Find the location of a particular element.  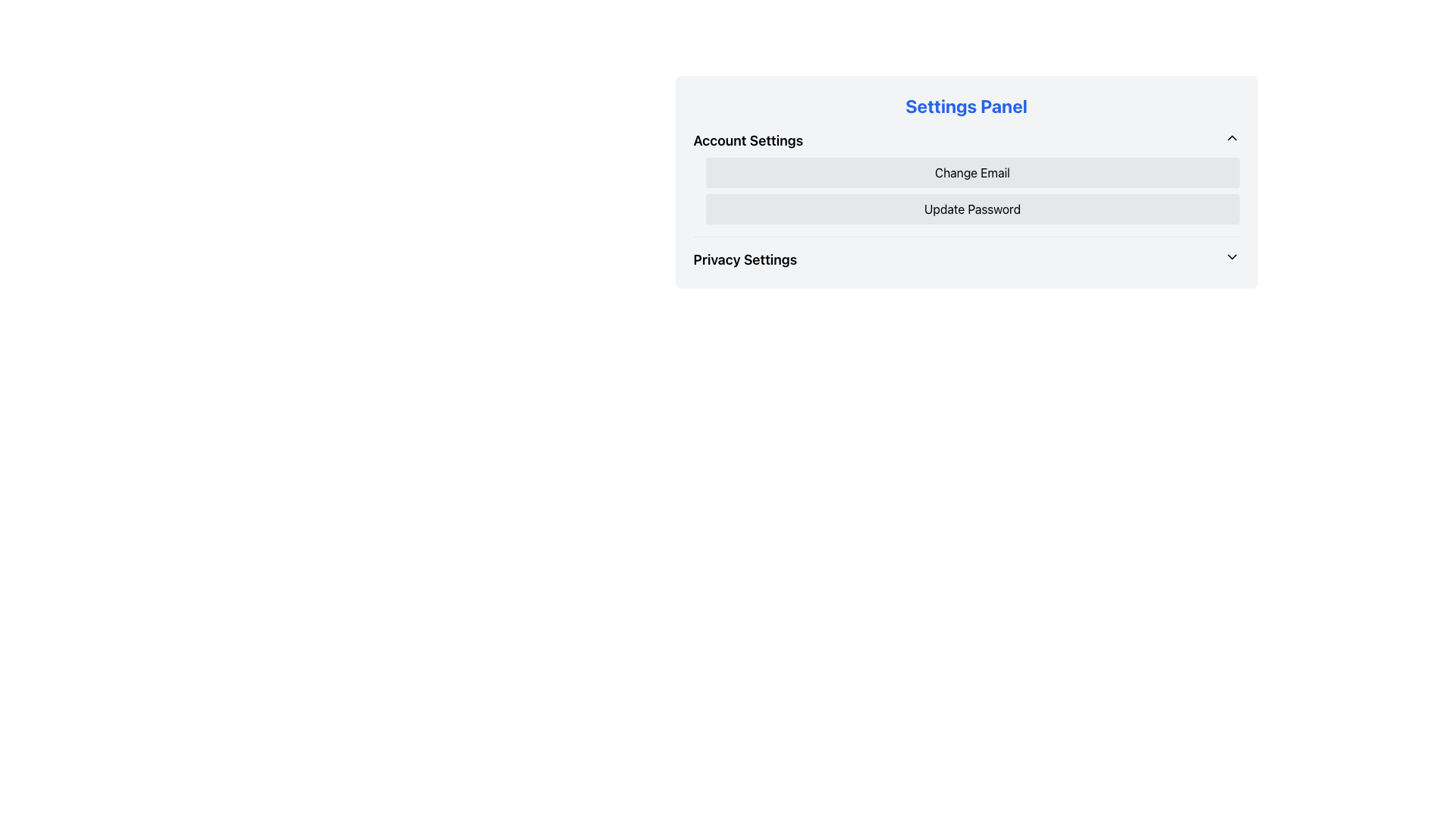

the 'Update Password' button, which is a light gray rectangular button with rounded corners located below the 'Change Email' button in the 'Account Settings' section is located at coordinates (972, 209).